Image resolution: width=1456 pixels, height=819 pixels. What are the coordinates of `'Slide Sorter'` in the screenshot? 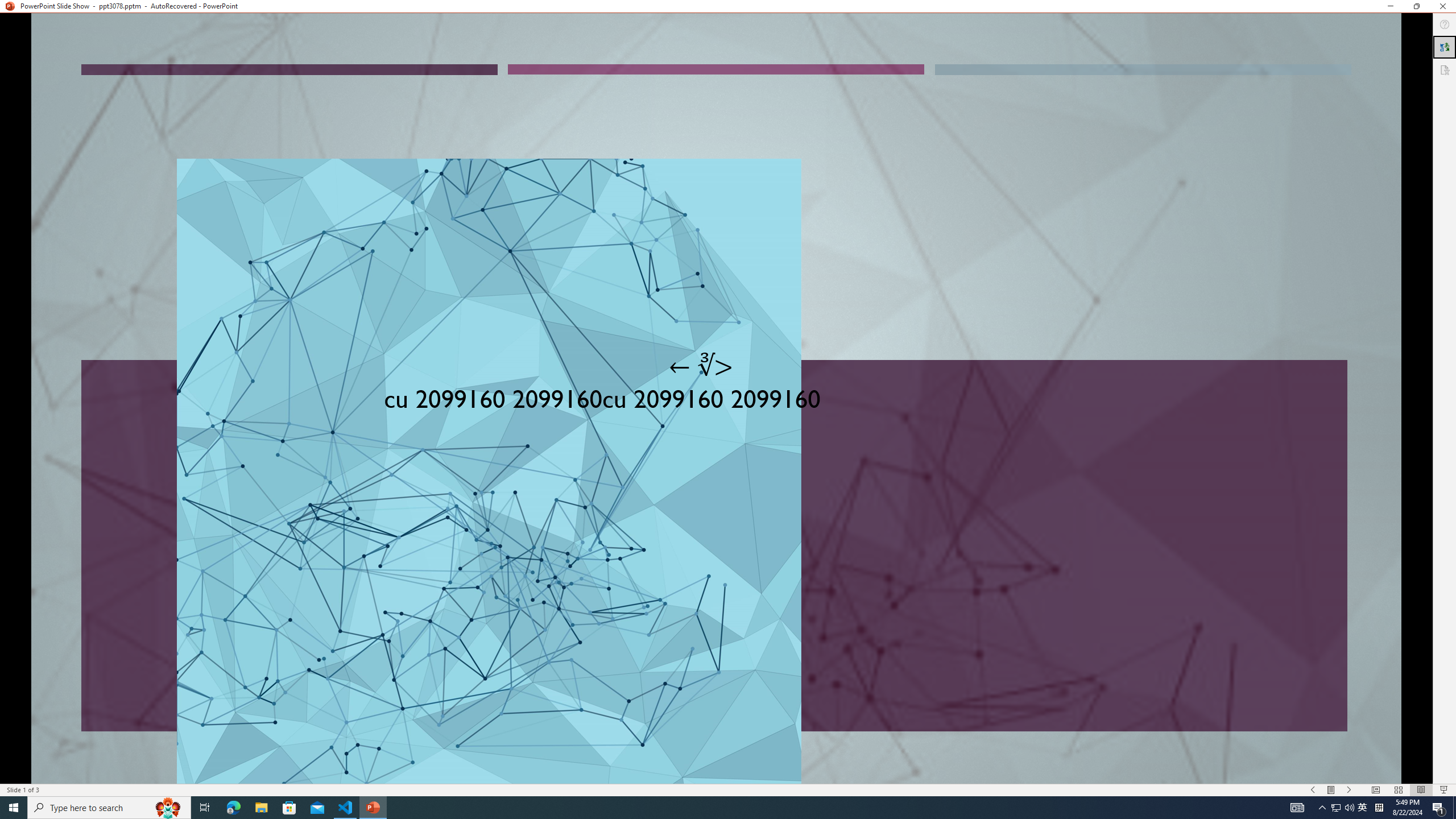 It's located at (1398, 790).